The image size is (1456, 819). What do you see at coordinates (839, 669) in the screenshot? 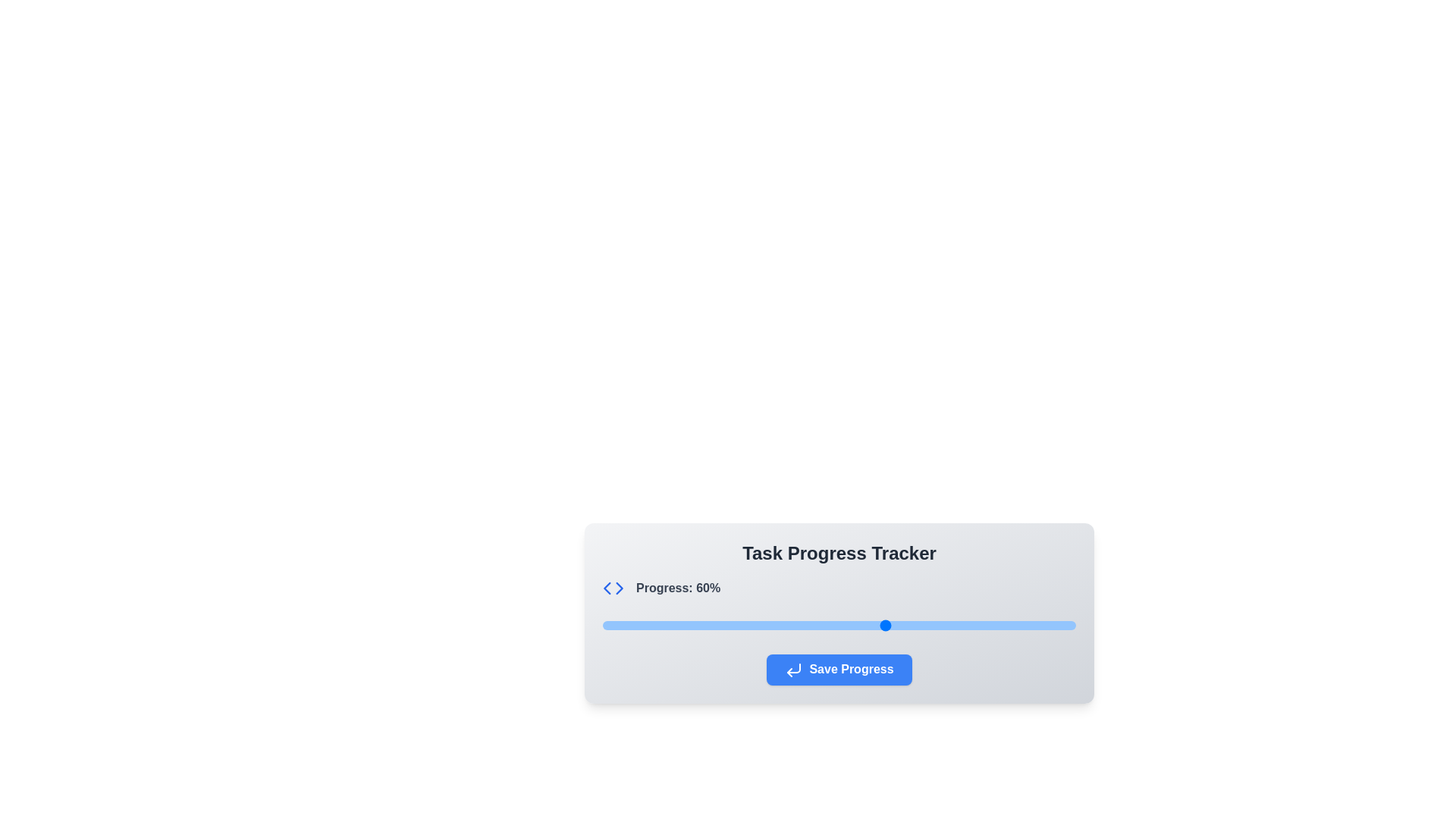
I see `the 'Save Progress' button` at bounding box center [839, 669].